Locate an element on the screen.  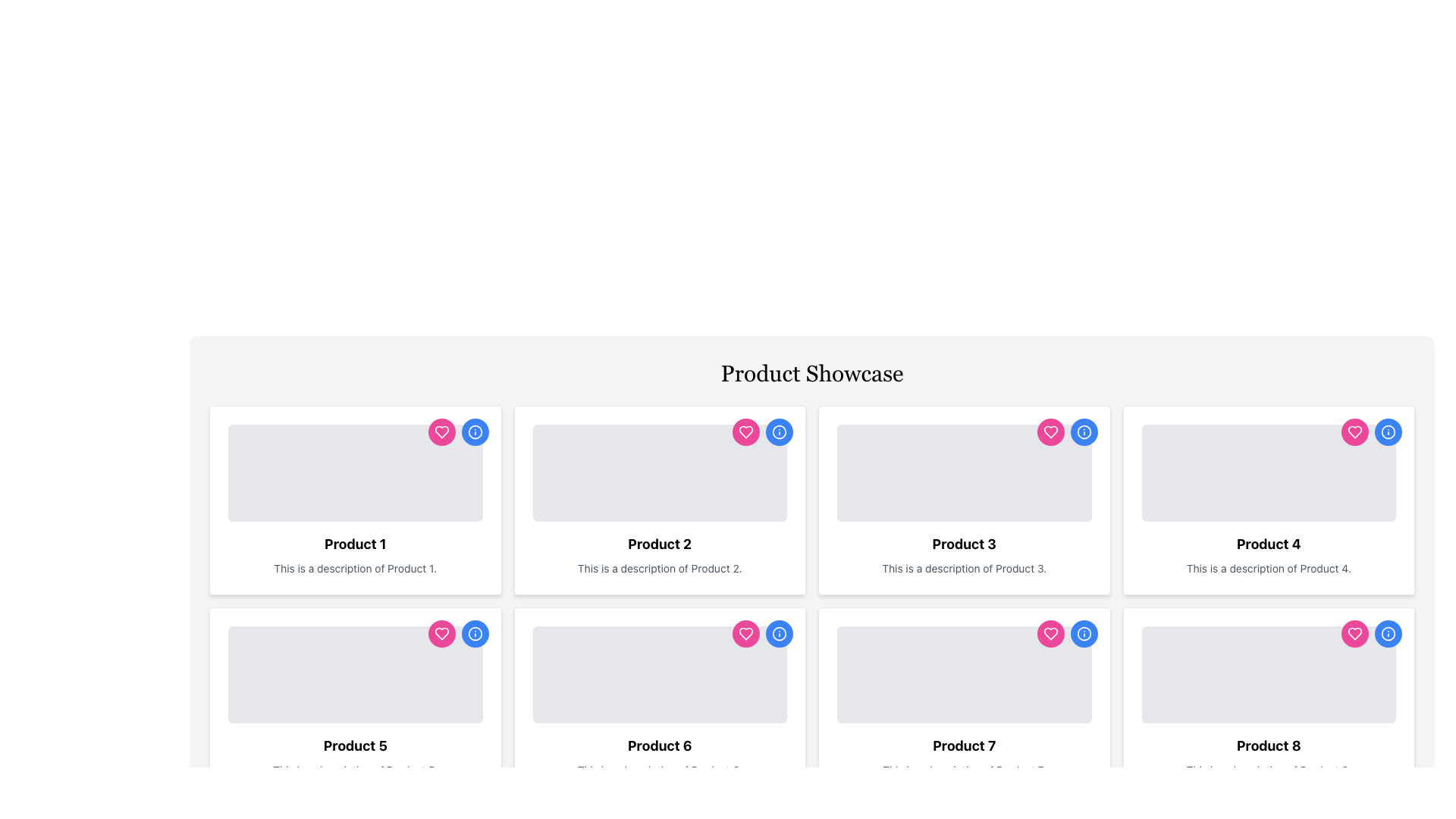
the pink heart icon button in the top-right corner of the 'Product 5' card to like the product is located at coordinates (457, 634).